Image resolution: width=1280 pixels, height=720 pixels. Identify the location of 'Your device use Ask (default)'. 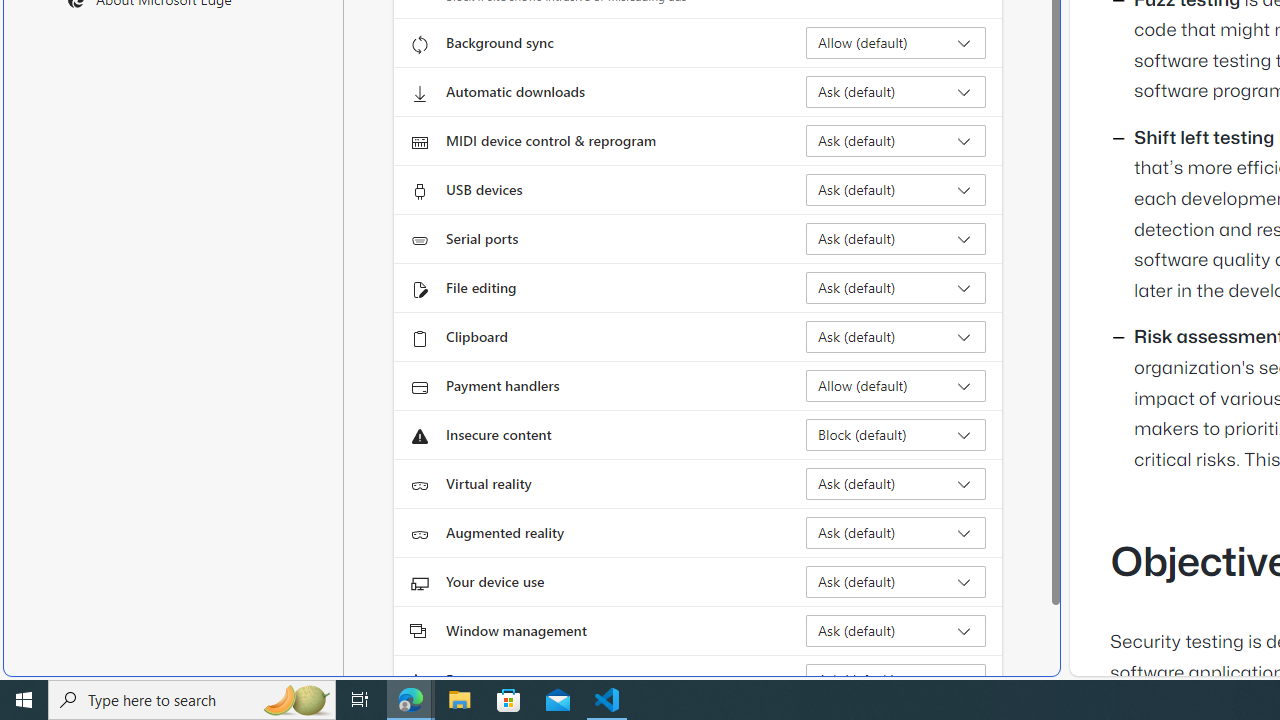
(895, 582).